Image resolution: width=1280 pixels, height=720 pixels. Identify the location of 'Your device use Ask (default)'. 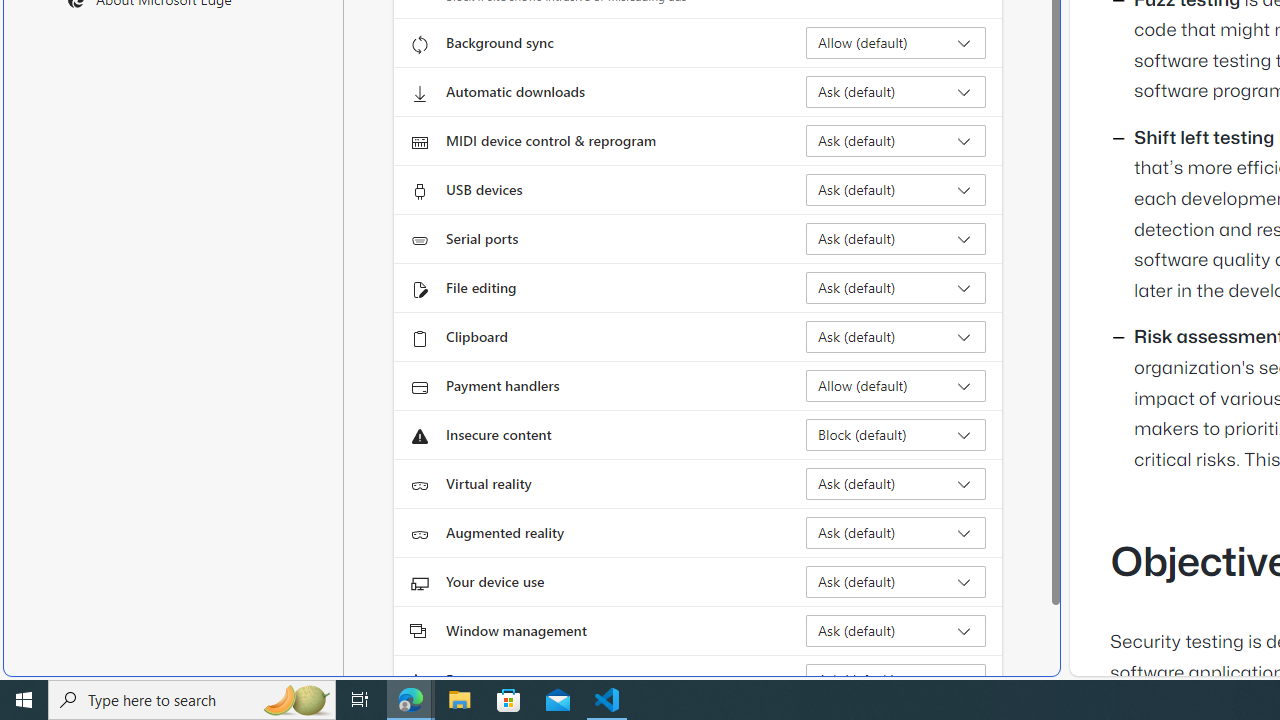
(895, 582).